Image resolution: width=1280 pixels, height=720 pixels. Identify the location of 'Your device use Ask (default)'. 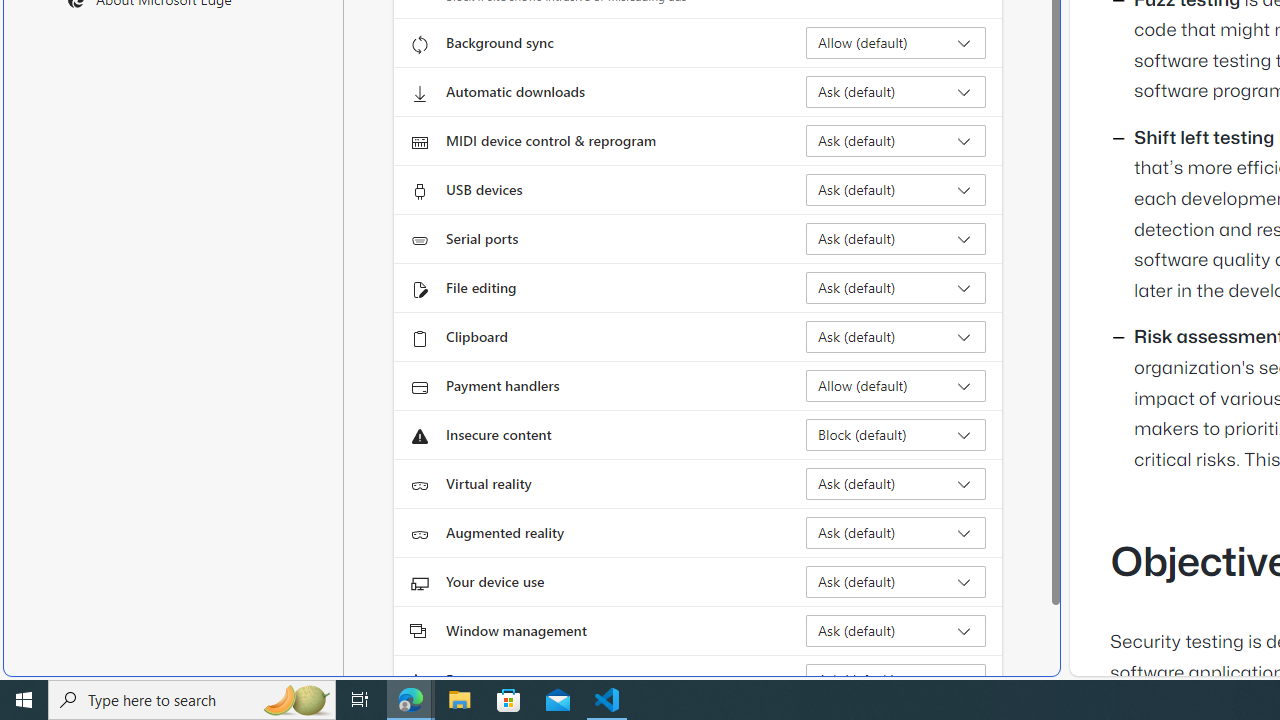
(895, 582).